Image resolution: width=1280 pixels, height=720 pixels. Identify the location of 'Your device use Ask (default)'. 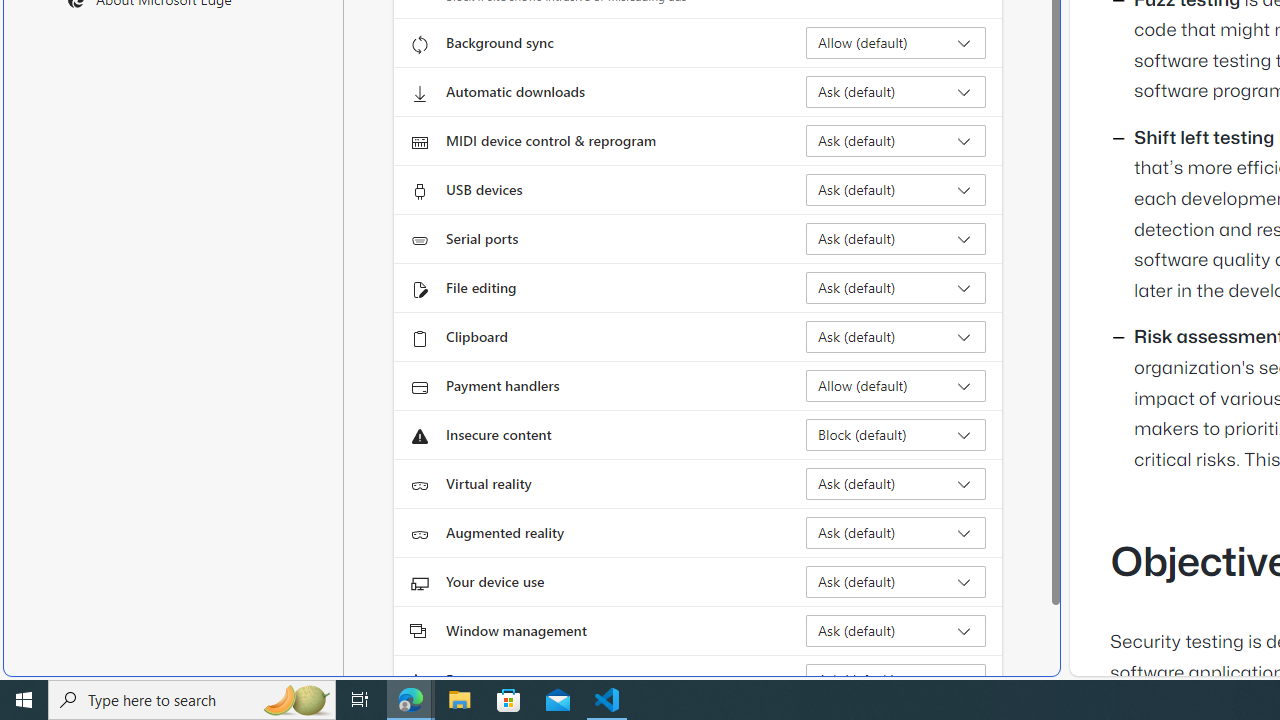
(895, 582).